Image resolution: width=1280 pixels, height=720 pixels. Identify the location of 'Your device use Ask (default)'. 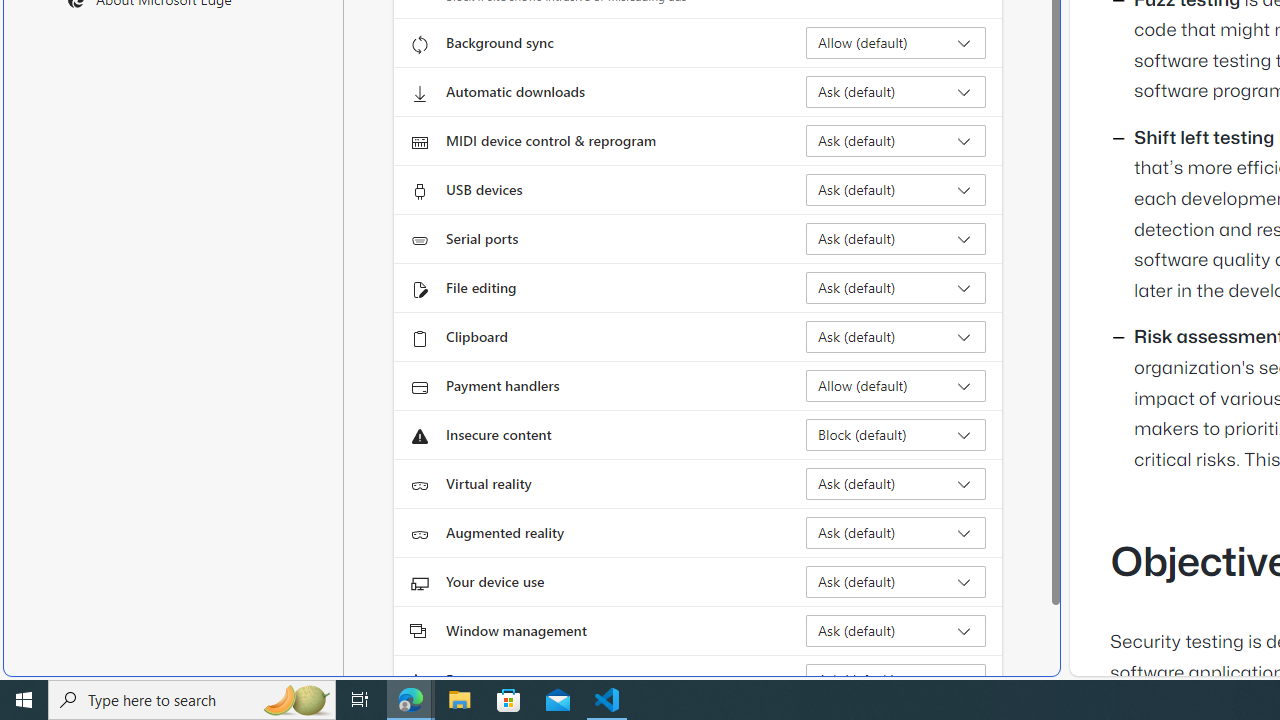
(895, 582).